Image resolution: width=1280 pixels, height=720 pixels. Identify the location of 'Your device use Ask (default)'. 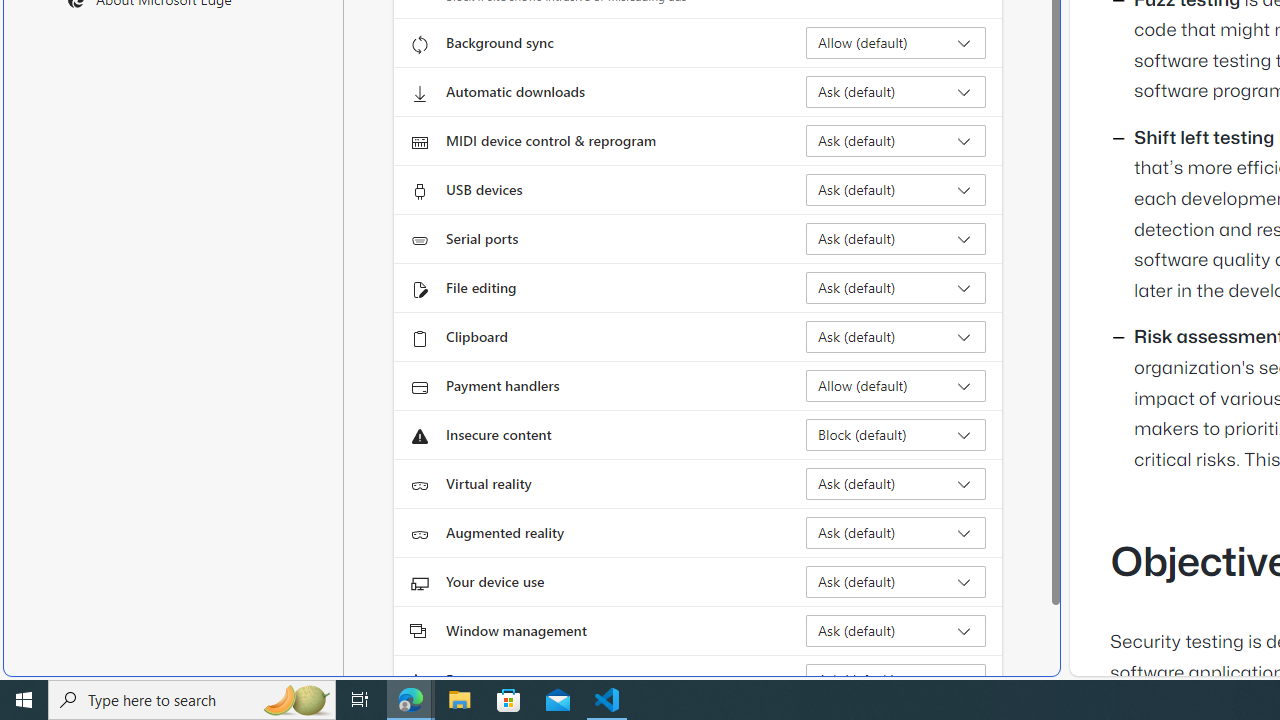
(895, 582).